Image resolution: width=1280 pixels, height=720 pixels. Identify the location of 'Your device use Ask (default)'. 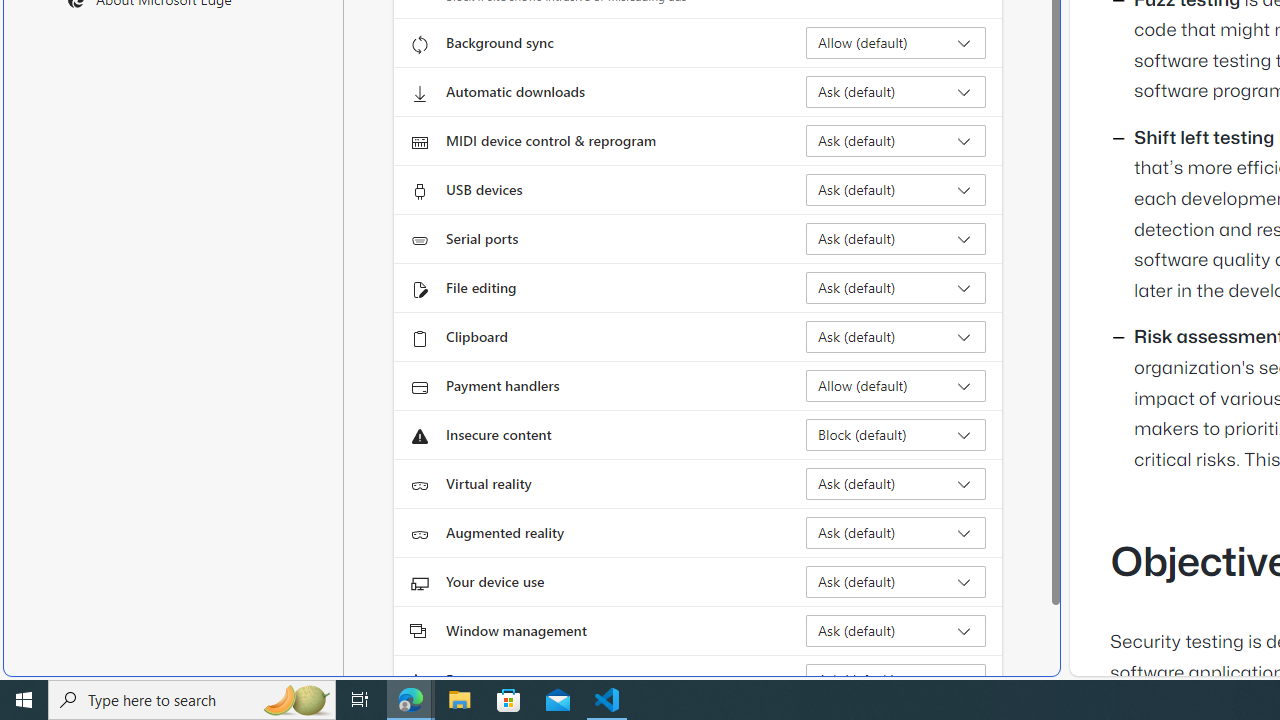
(895, 582).